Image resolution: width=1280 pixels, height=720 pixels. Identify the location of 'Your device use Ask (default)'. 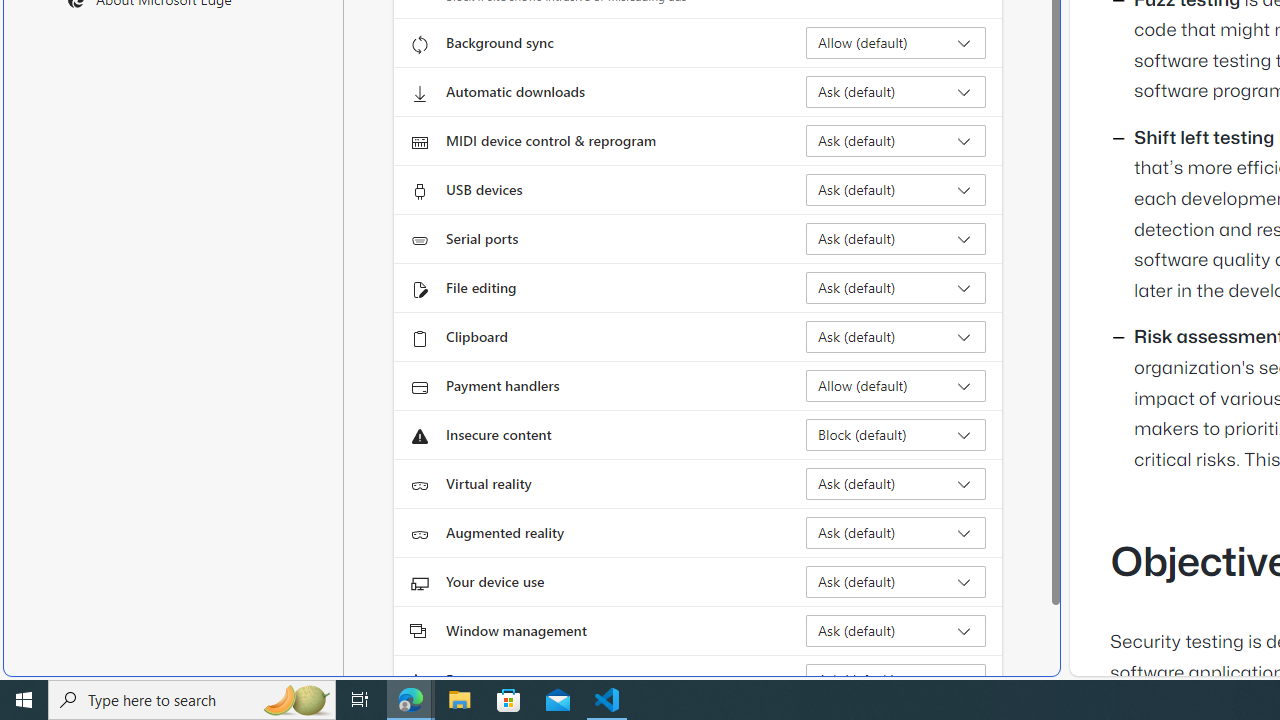
(895, 582).